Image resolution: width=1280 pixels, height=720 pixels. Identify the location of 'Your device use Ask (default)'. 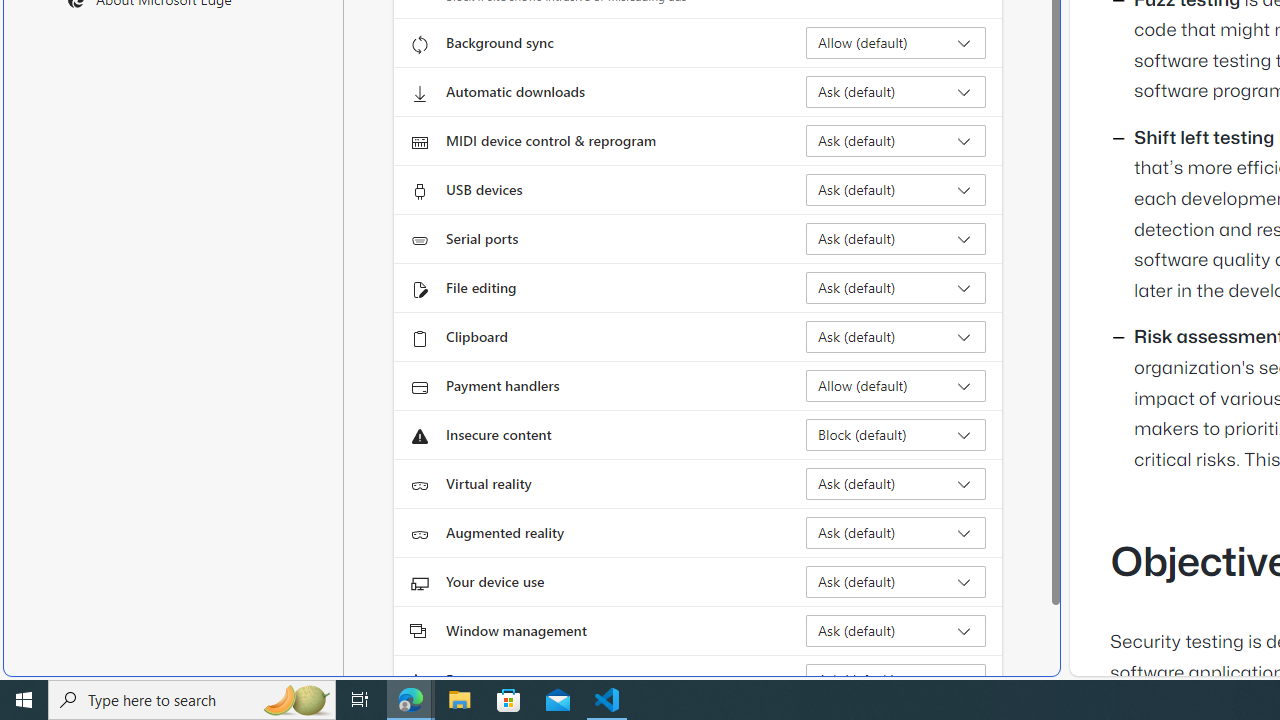
(895, 582).